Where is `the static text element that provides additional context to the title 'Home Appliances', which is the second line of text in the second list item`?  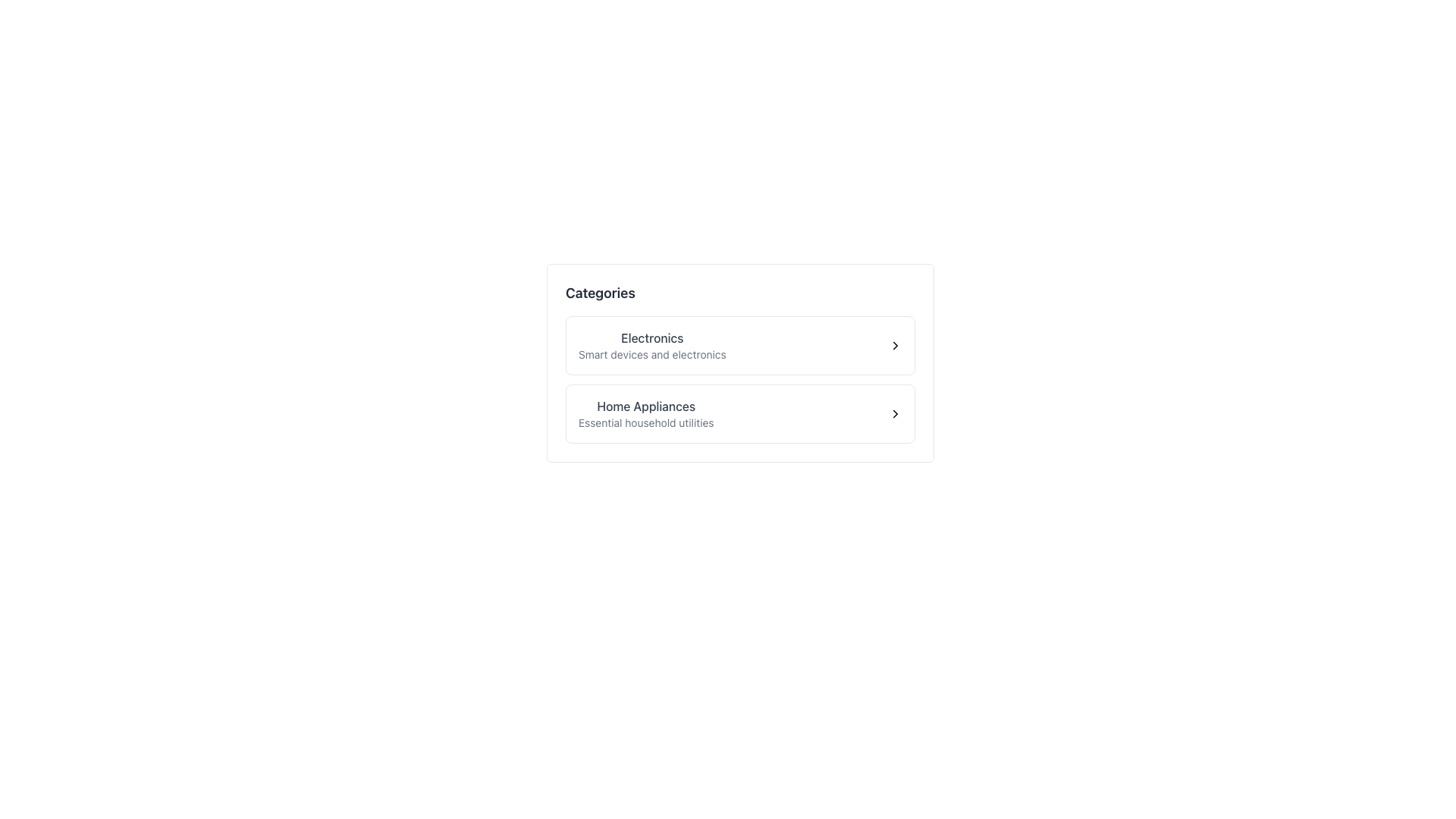 the static text element that provides additional context to the title 'Home Appliances', which is the second line of text in the second list item is located at coordinates (646, 423).